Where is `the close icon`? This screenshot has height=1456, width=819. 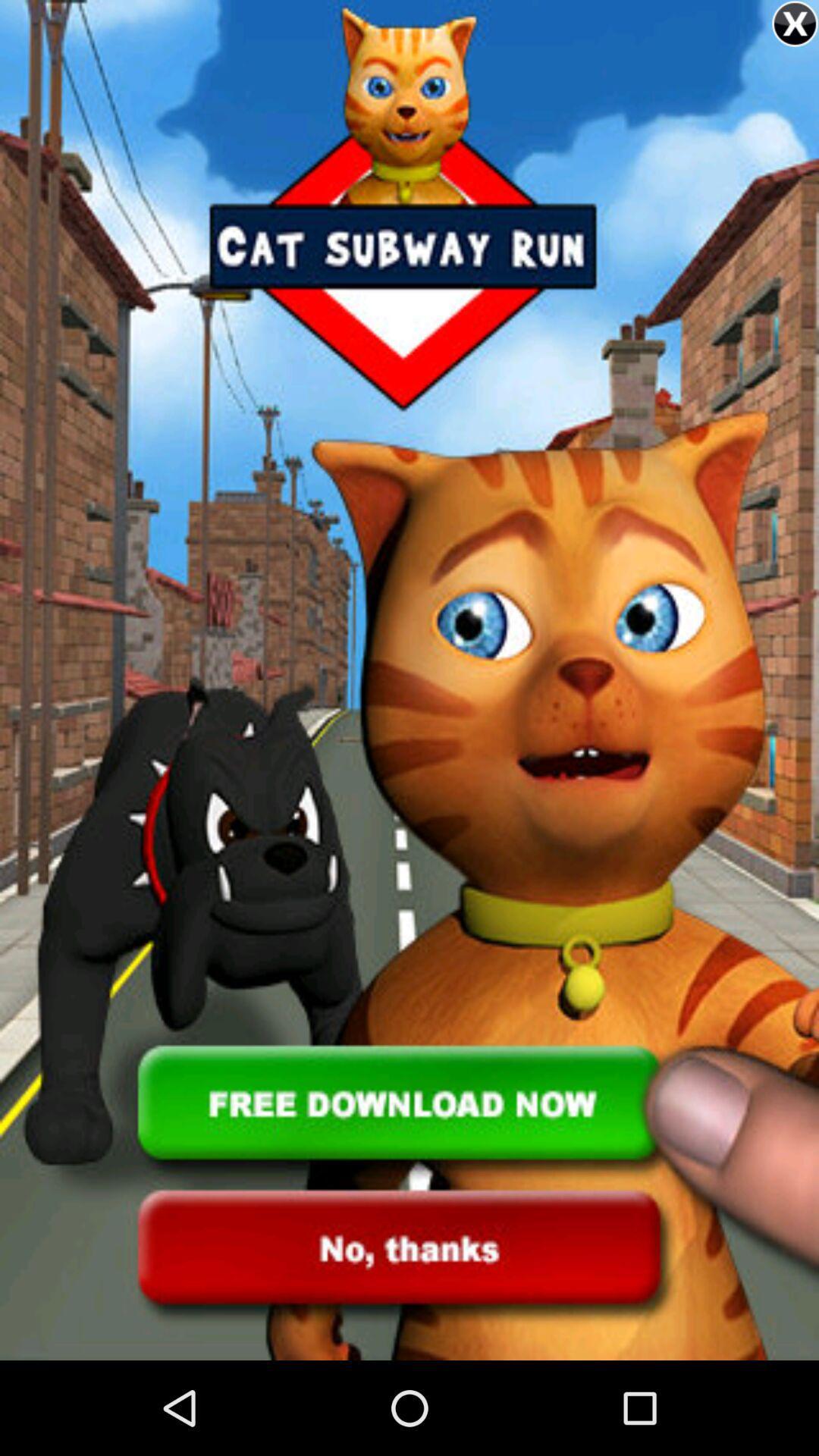
the close icon is located at coordinates (794, 25).